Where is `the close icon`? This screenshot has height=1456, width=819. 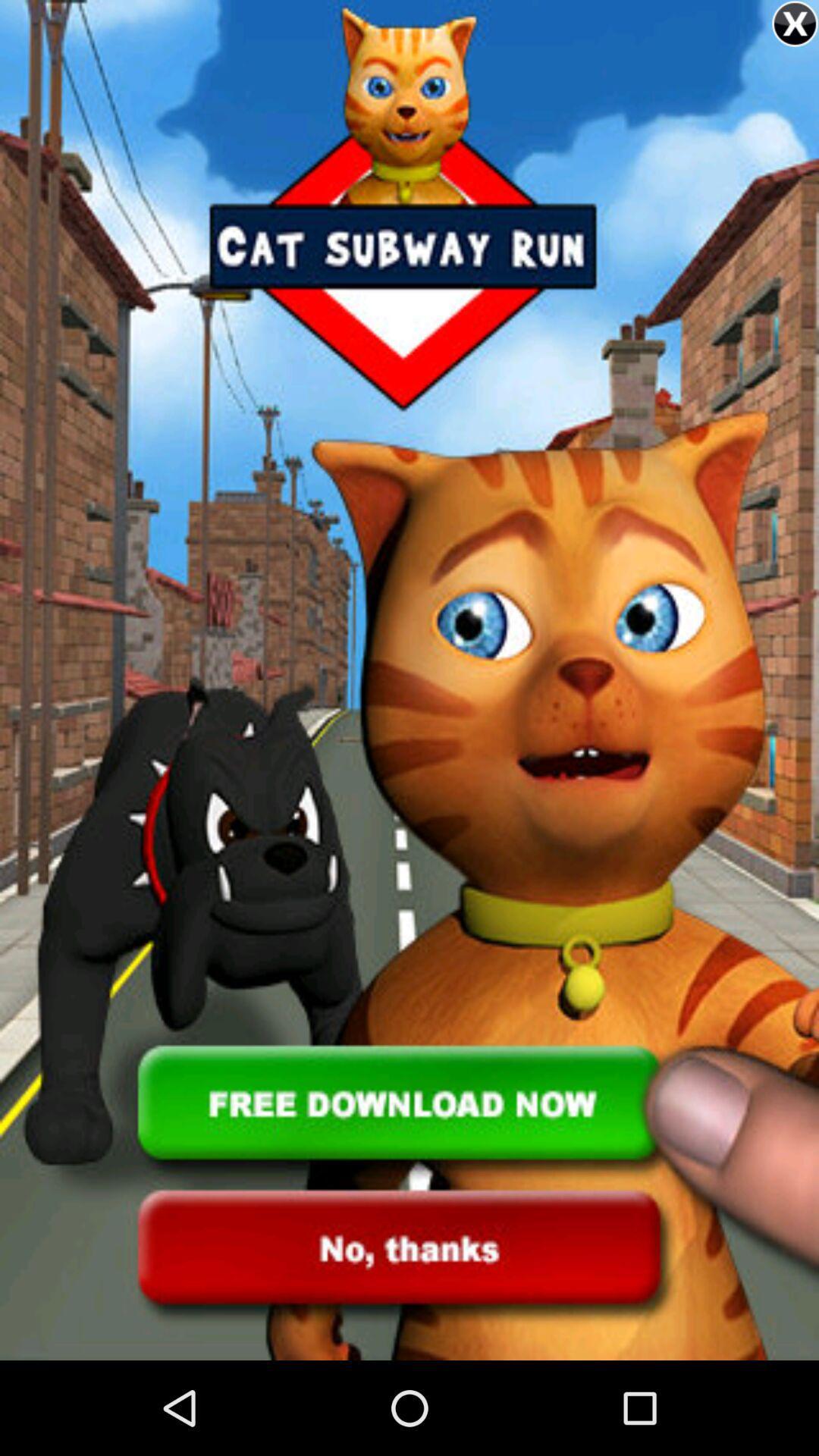
the close icon is located at coordinates (794, 25).